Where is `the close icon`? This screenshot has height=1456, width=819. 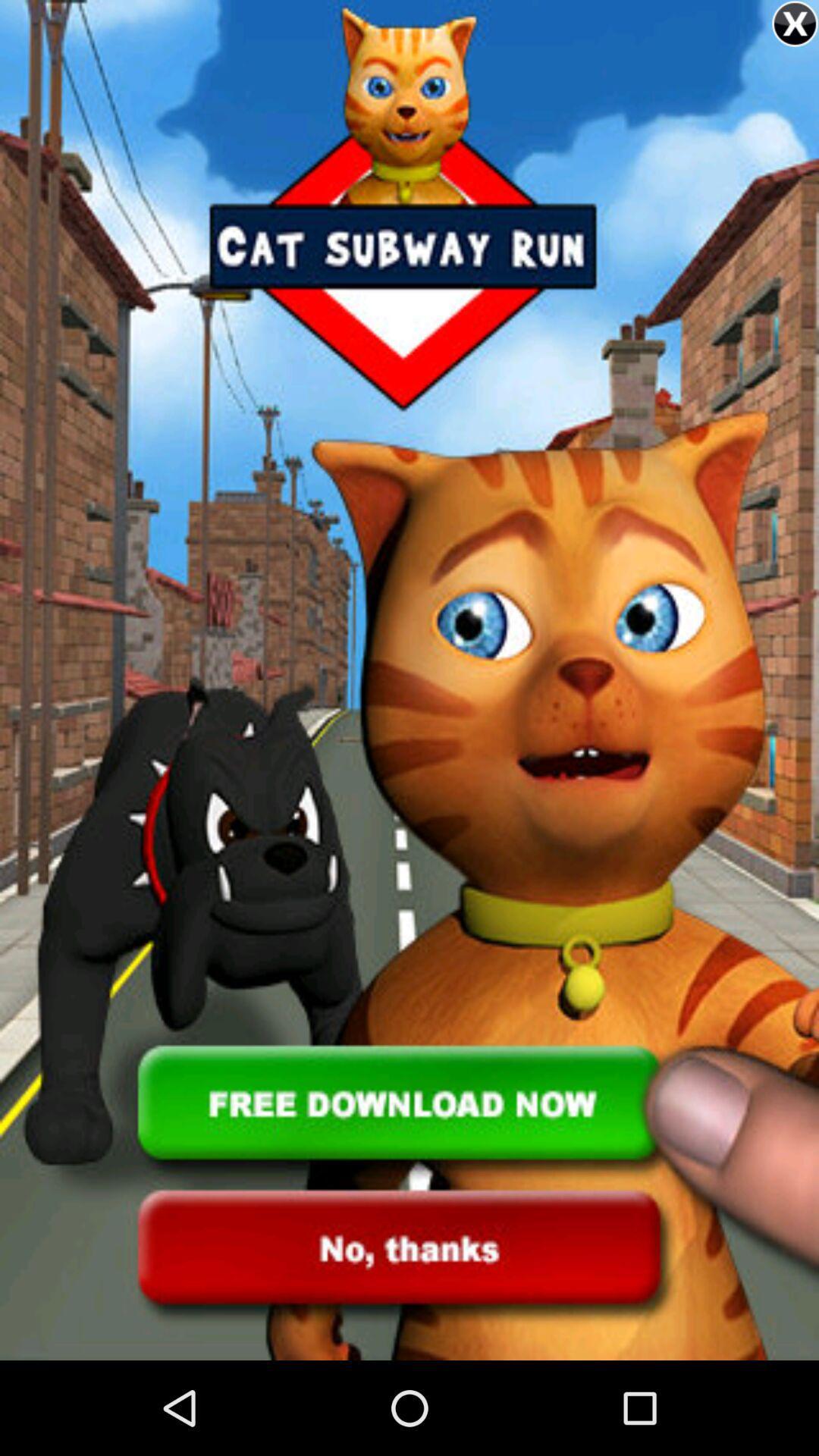
the close icon is located at coordinates (794, 25).